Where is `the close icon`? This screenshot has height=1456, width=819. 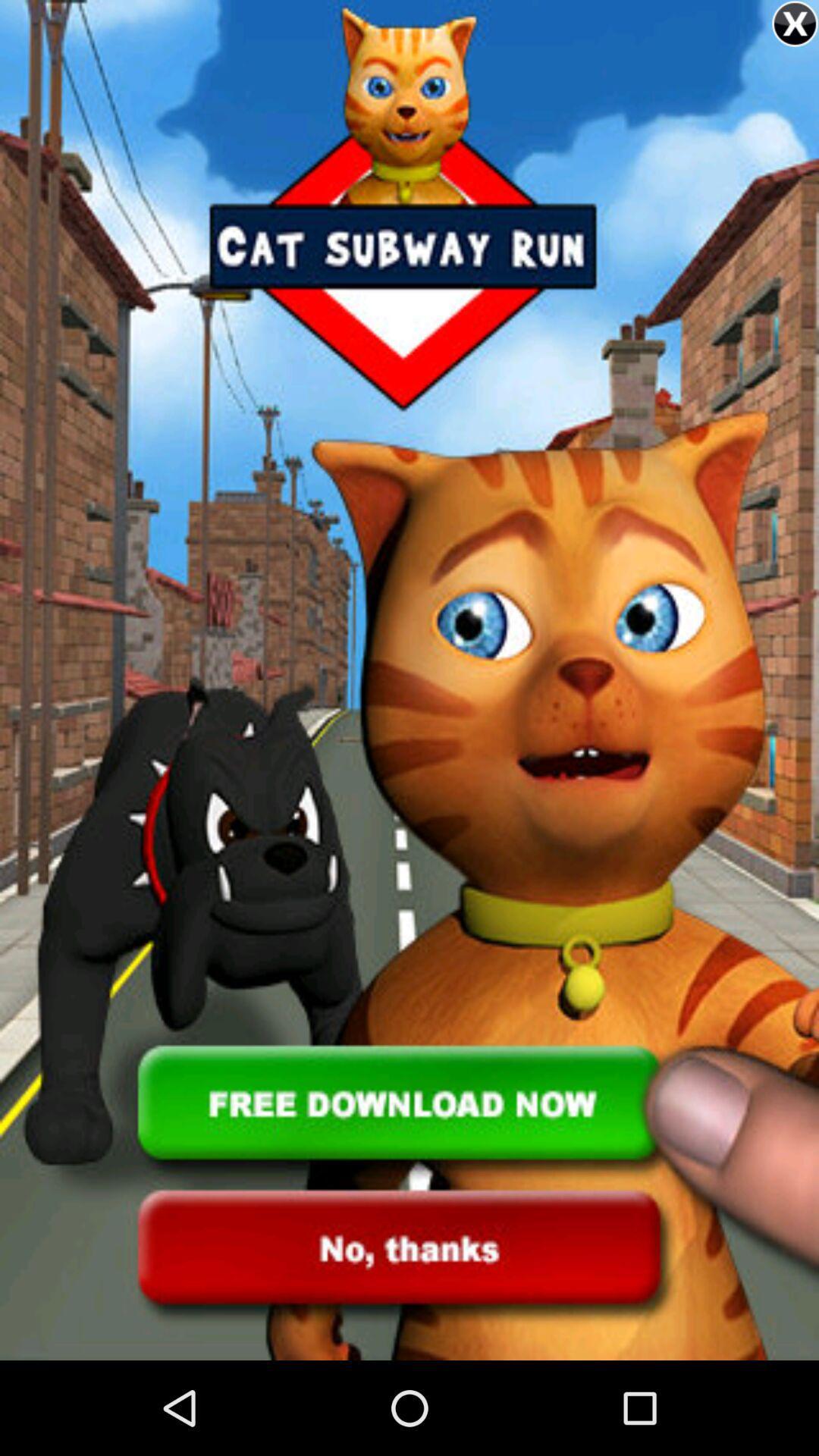
the close icon is located at coordinates (794, 25).